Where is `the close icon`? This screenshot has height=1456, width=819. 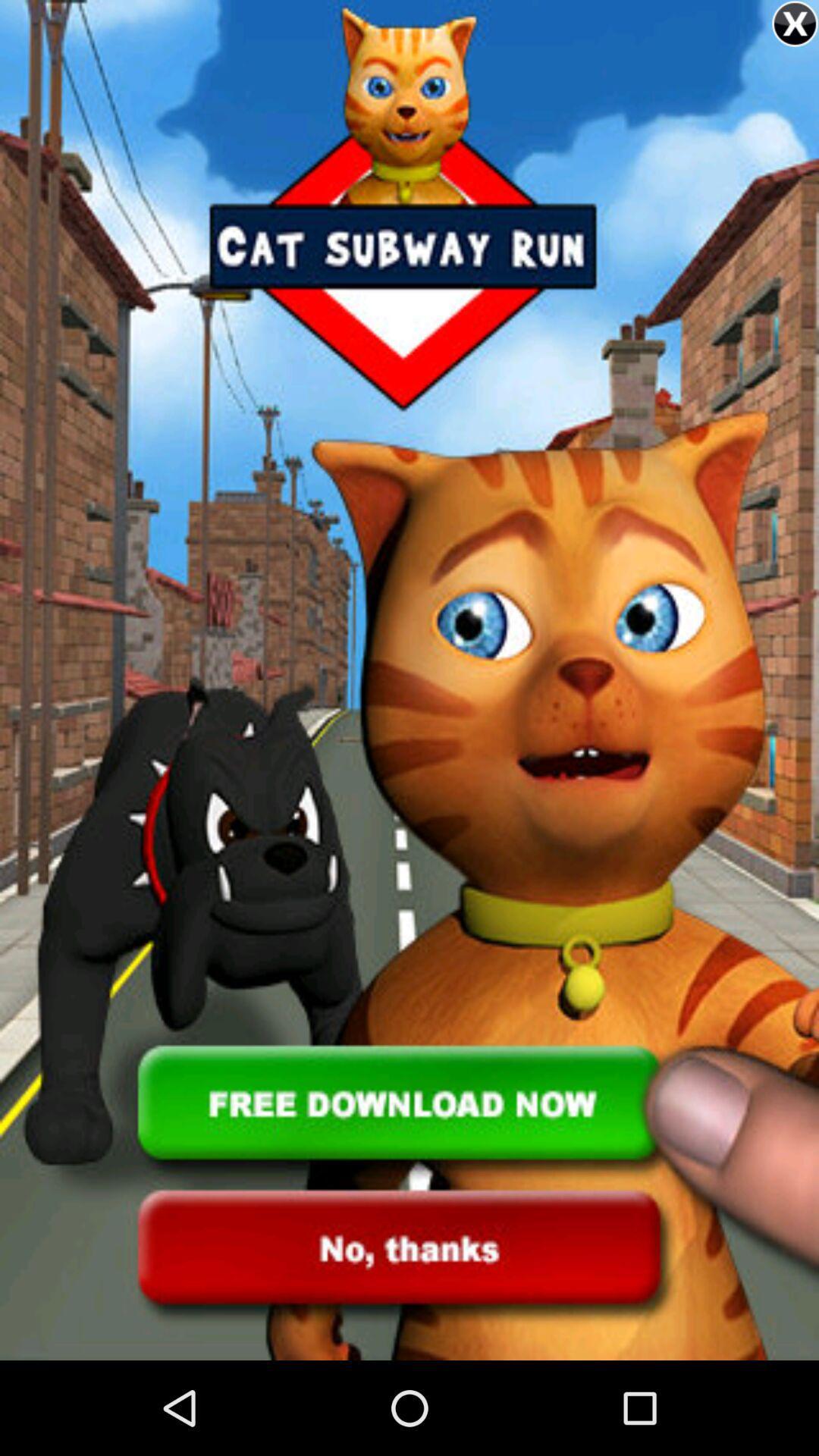
the close icon is located at coordinates (794, 25).